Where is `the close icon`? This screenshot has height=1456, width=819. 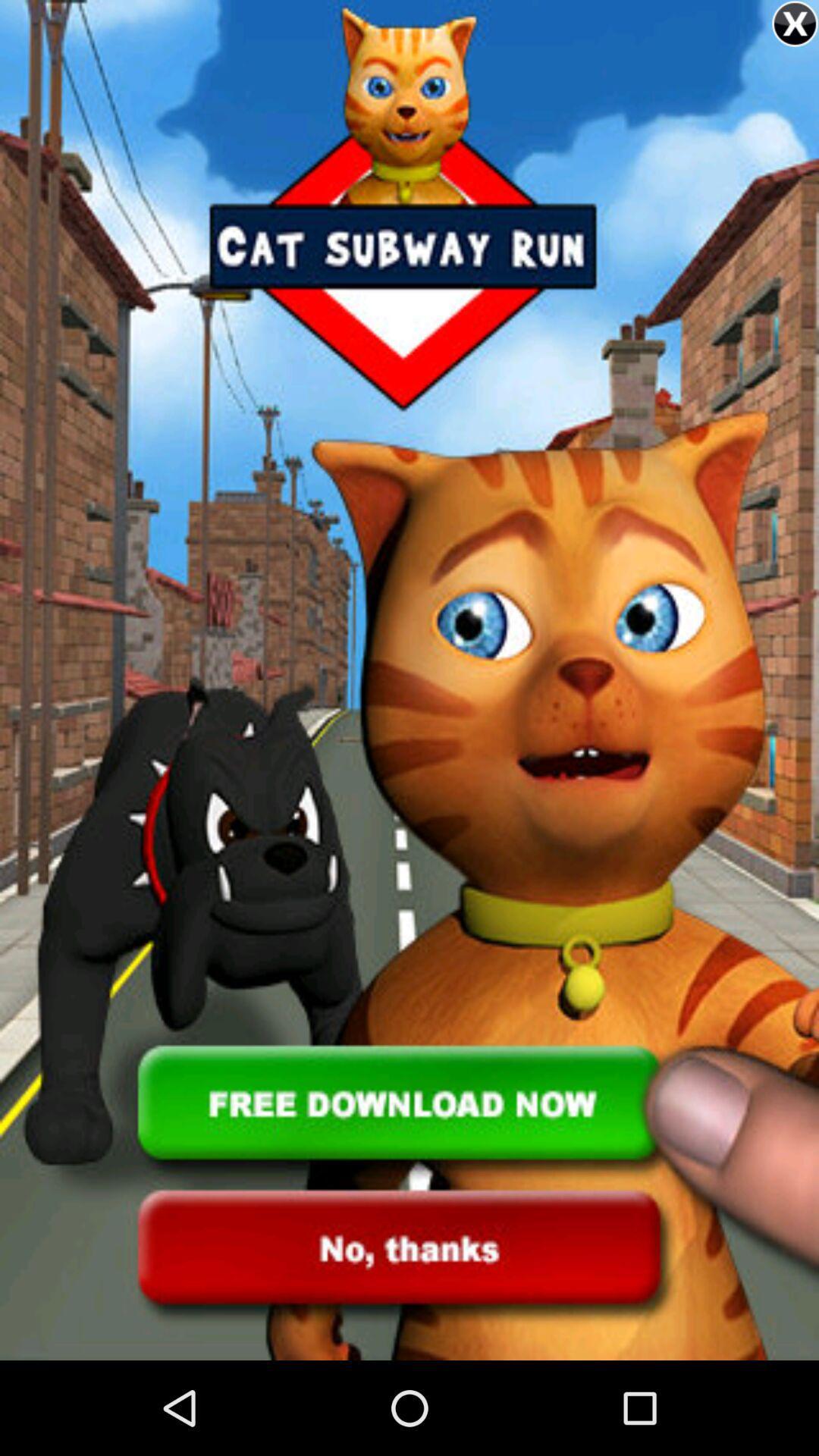
the close icon is located at coordinates (794, 25).